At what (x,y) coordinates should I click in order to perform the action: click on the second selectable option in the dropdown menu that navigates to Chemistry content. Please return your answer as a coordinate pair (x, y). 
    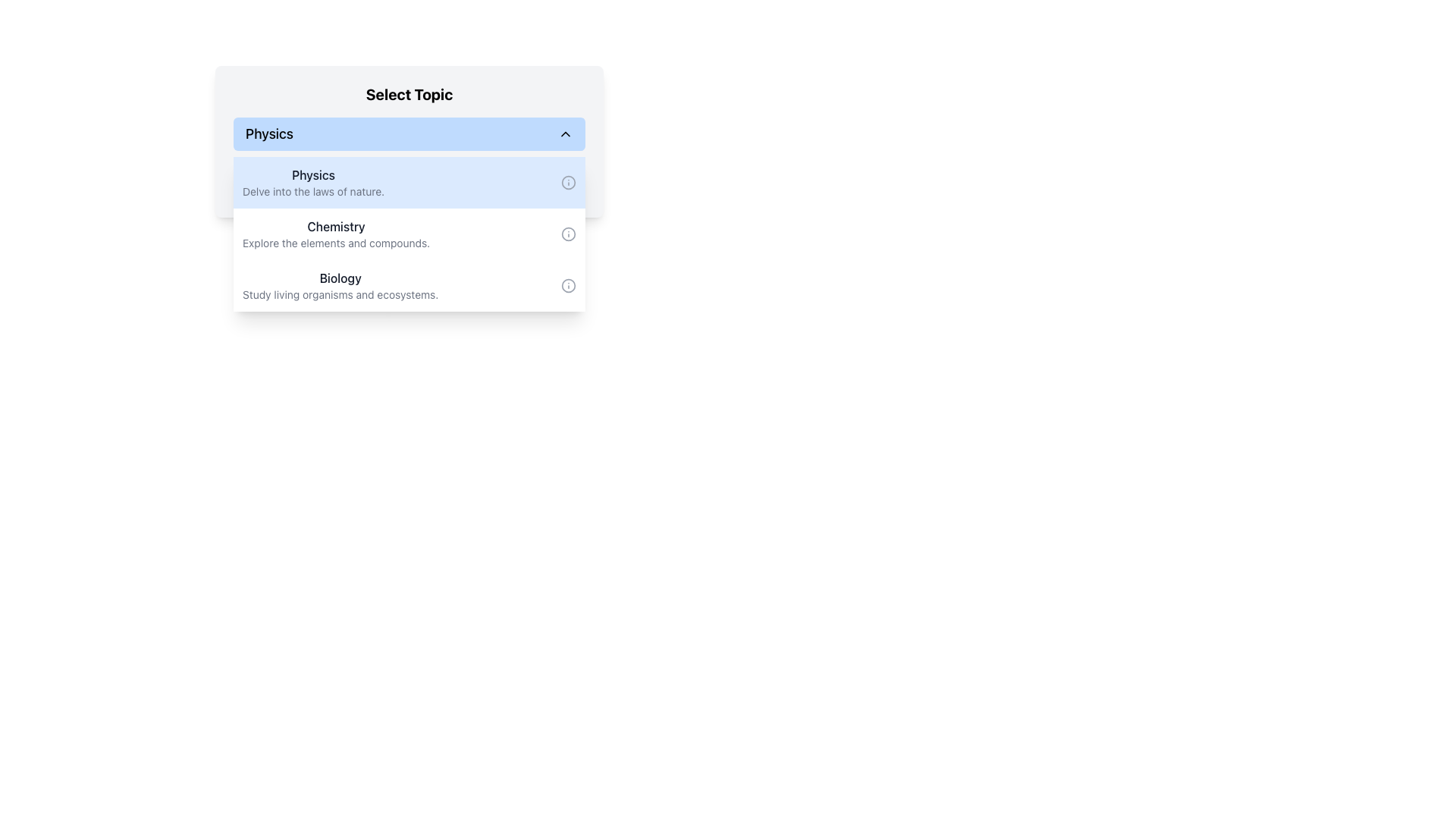
    Looking at the image, I should click on (409, 234).